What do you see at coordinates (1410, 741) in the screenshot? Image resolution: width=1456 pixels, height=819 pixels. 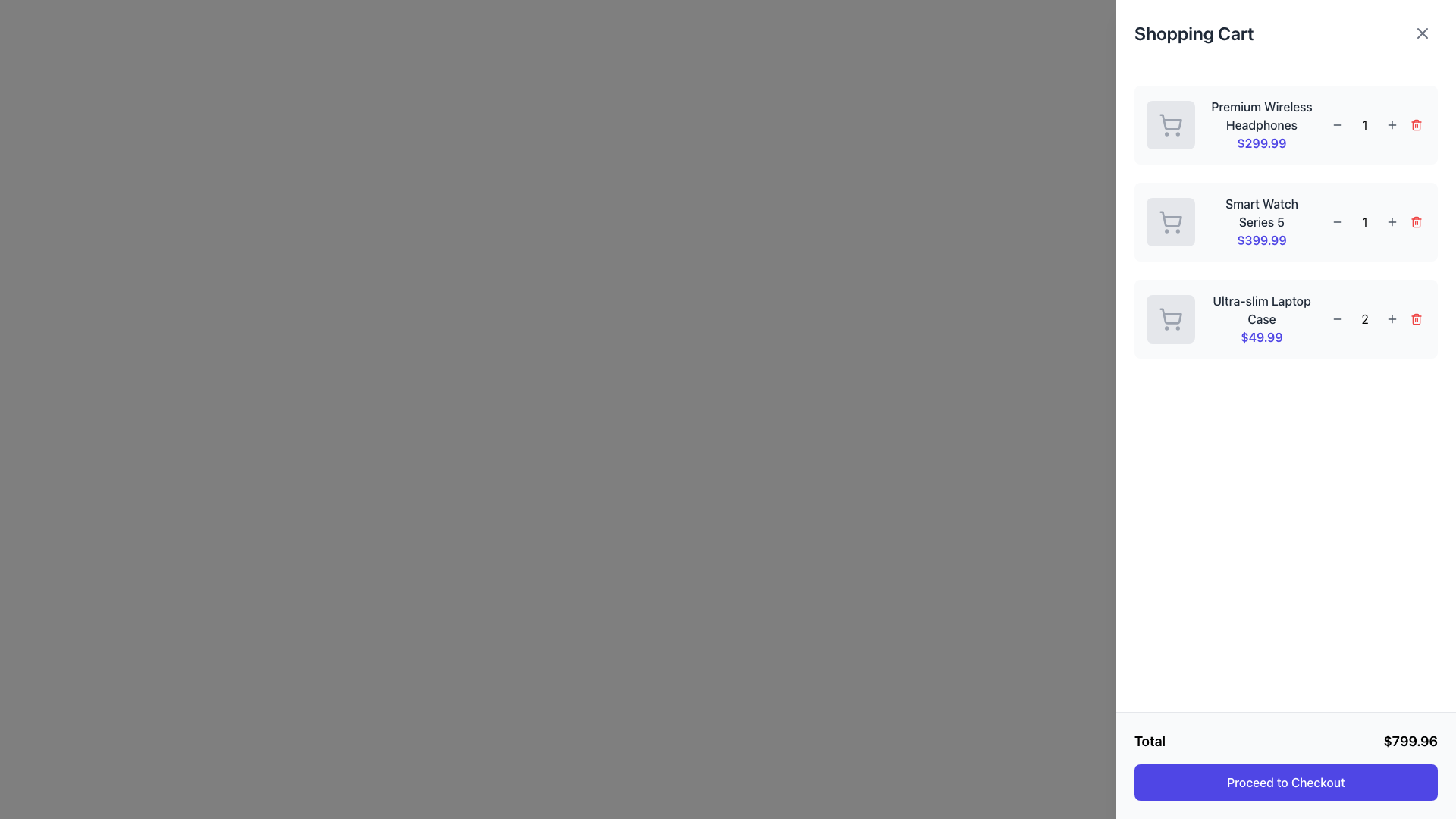 I see `subtotal price displayed in bold text next to the 'Total' label in the shopping cart interface` at bounding box center [1410, 741].